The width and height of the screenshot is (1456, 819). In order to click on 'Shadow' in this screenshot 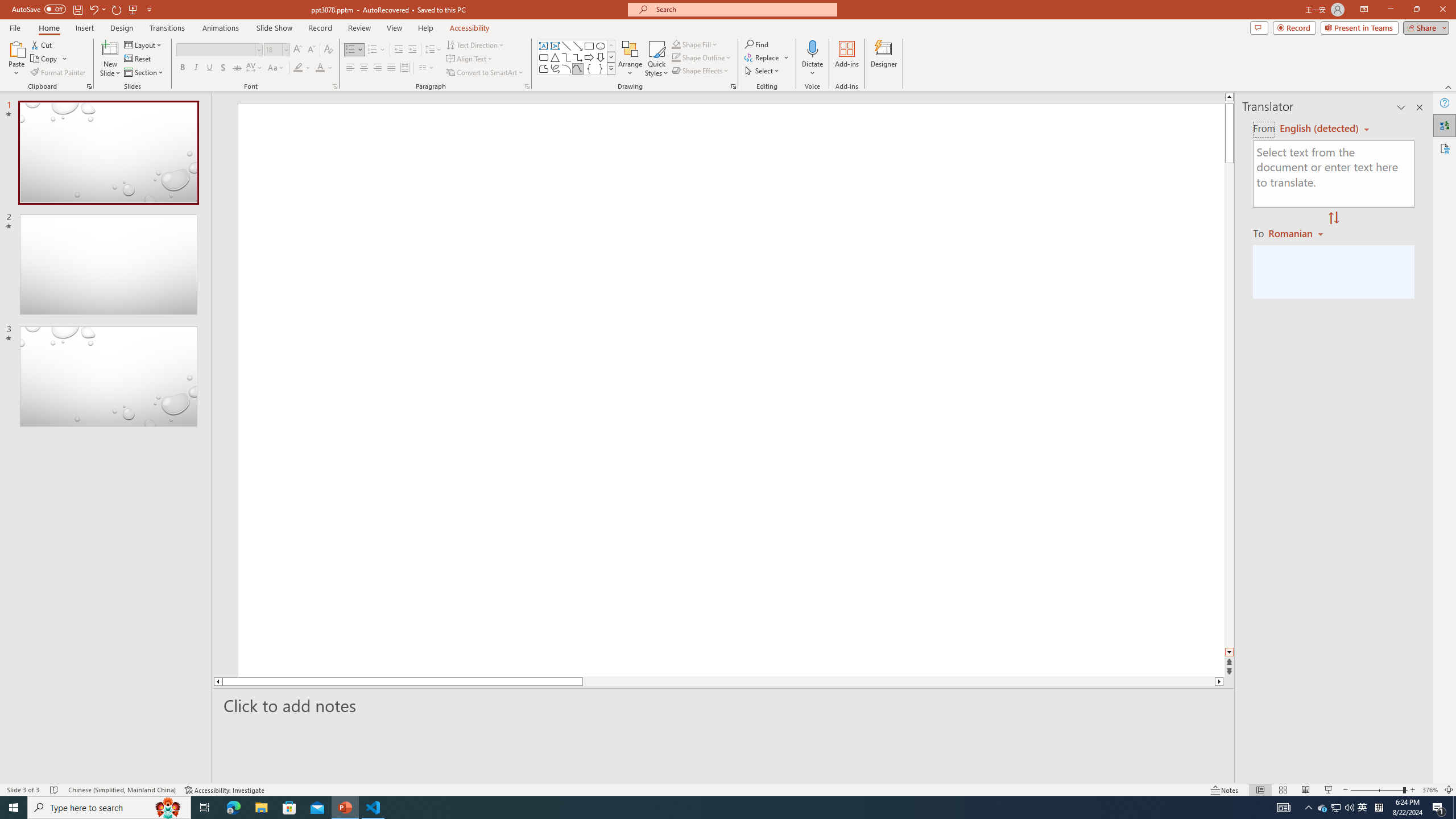, I will do `click(222, 67)`.